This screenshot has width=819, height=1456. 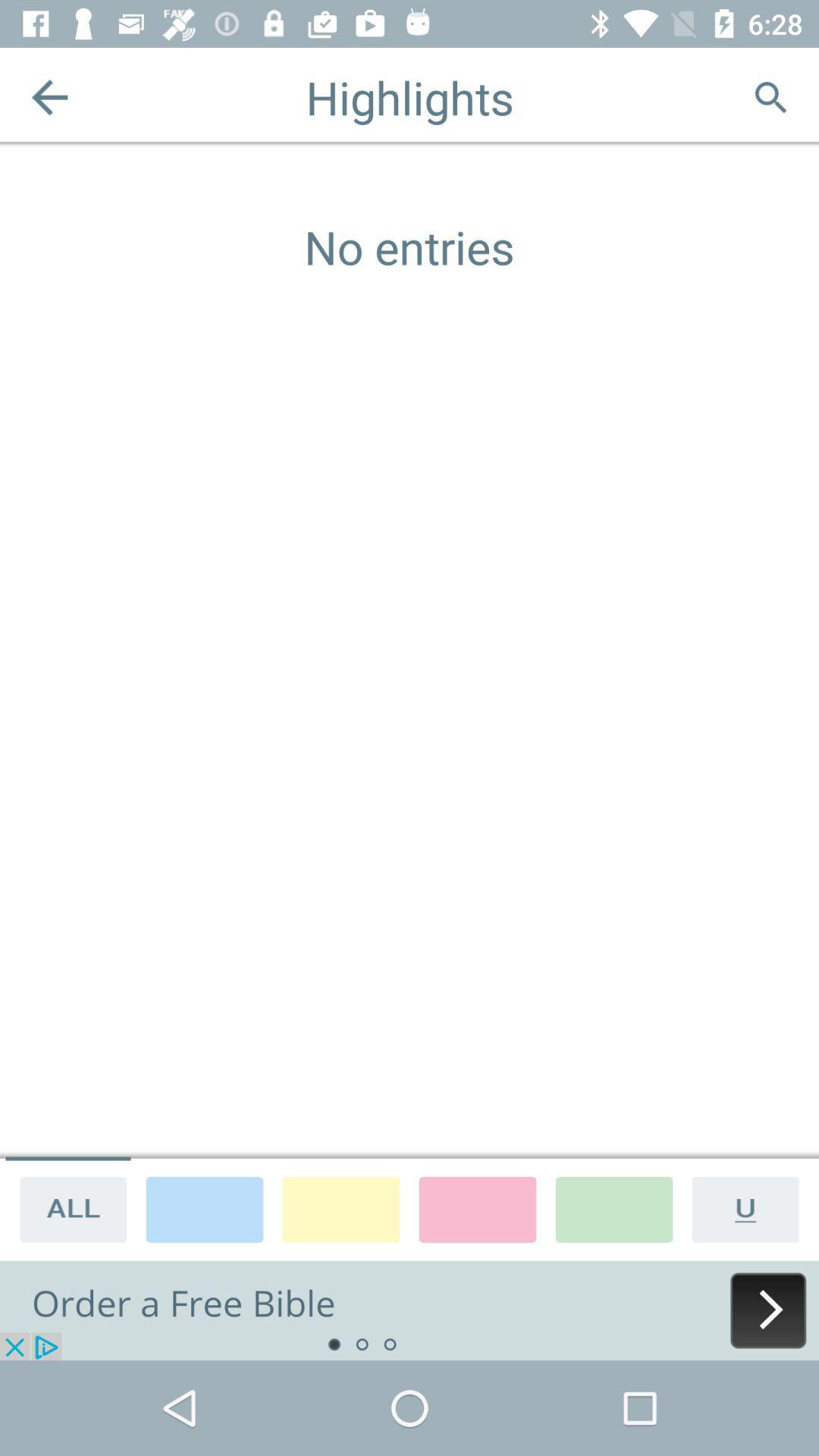 I want to click on advertisement, so click(x=409, y=1310).